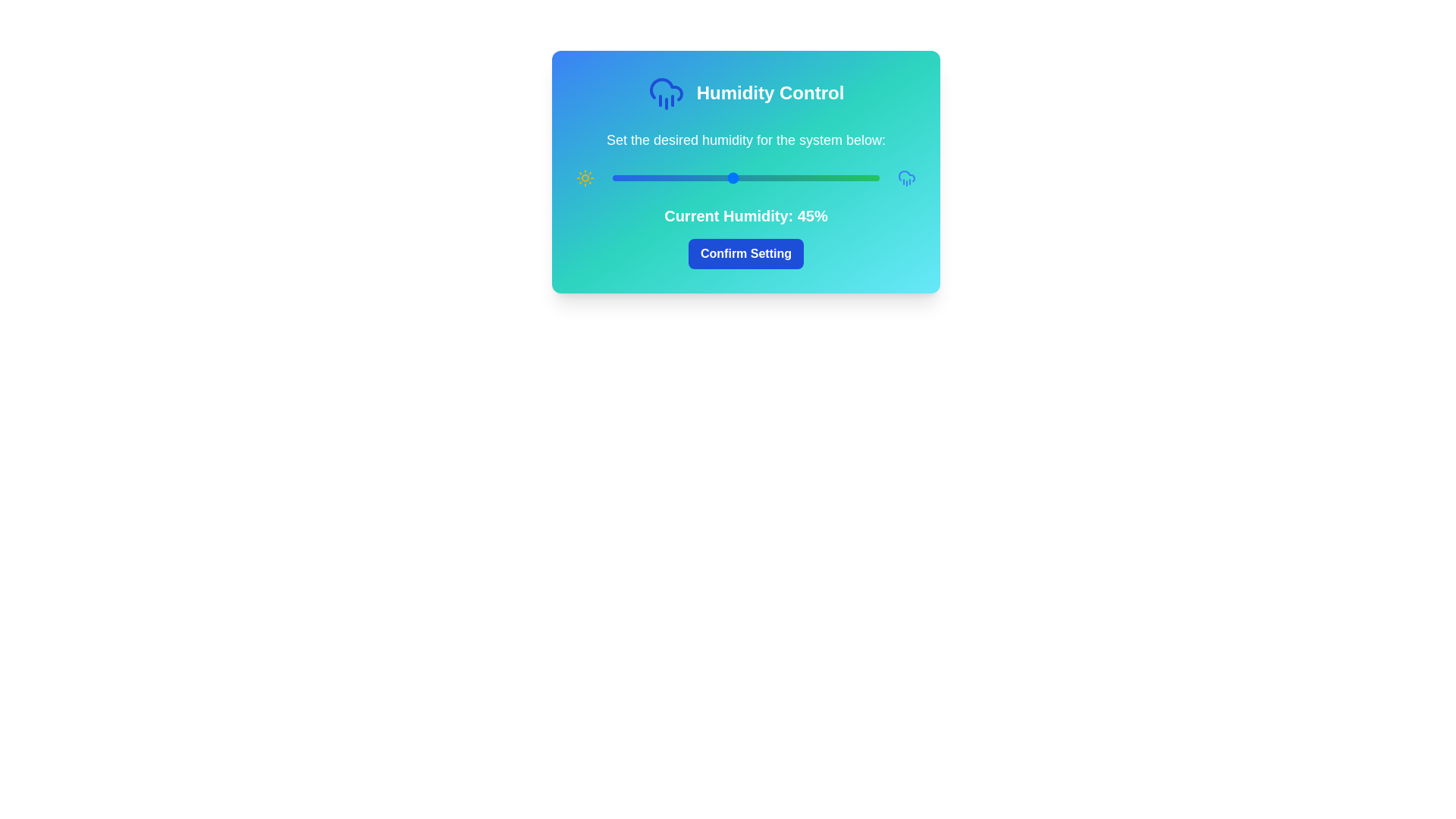 Image resolution: width=1456 pixels, height=819 pixels. I want to click on the humidity slider to set the humidity level to 59%, so click(770, 177).